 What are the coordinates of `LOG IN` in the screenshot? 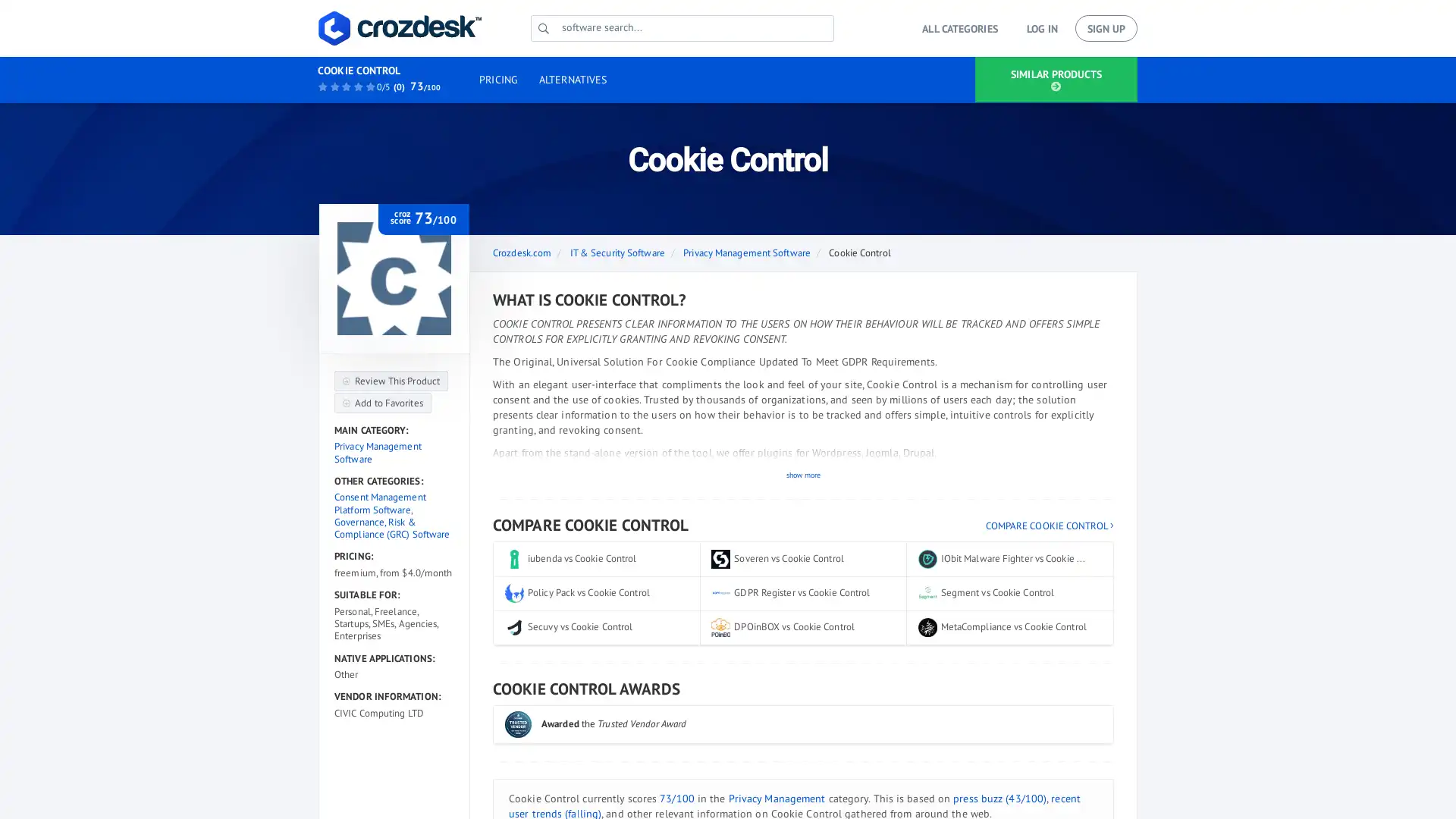 It's located at (1040, 28).